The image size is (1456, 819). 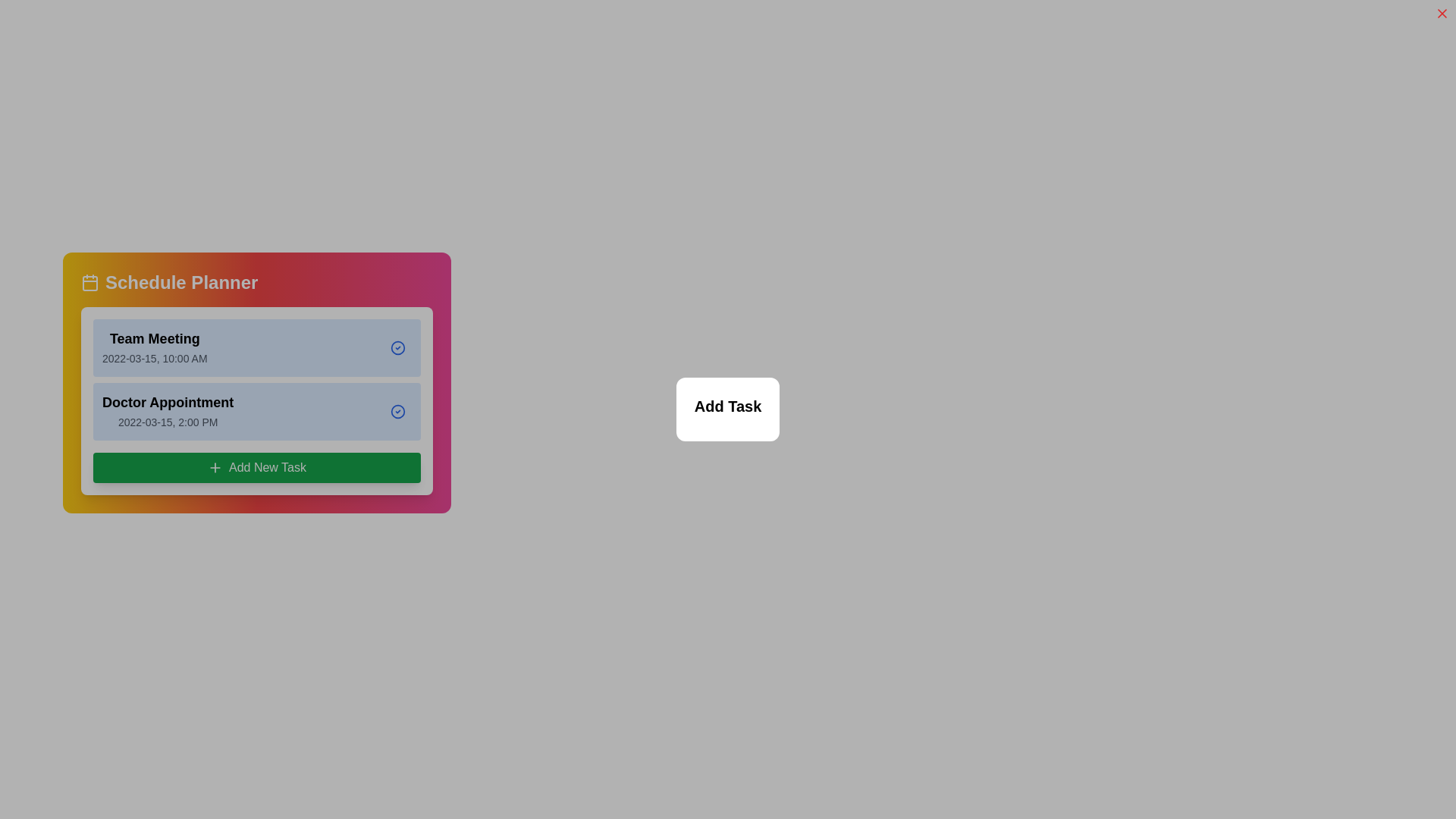 What do you see at coordinates (168, 402) in the screenshot?
I see `the 'Doctor Appointment' text label, which is bold and larger than typical body text, located in the second task section of the 'Schedule Planner' interface, directly above the task time and date` at bounding box center [168, 402].